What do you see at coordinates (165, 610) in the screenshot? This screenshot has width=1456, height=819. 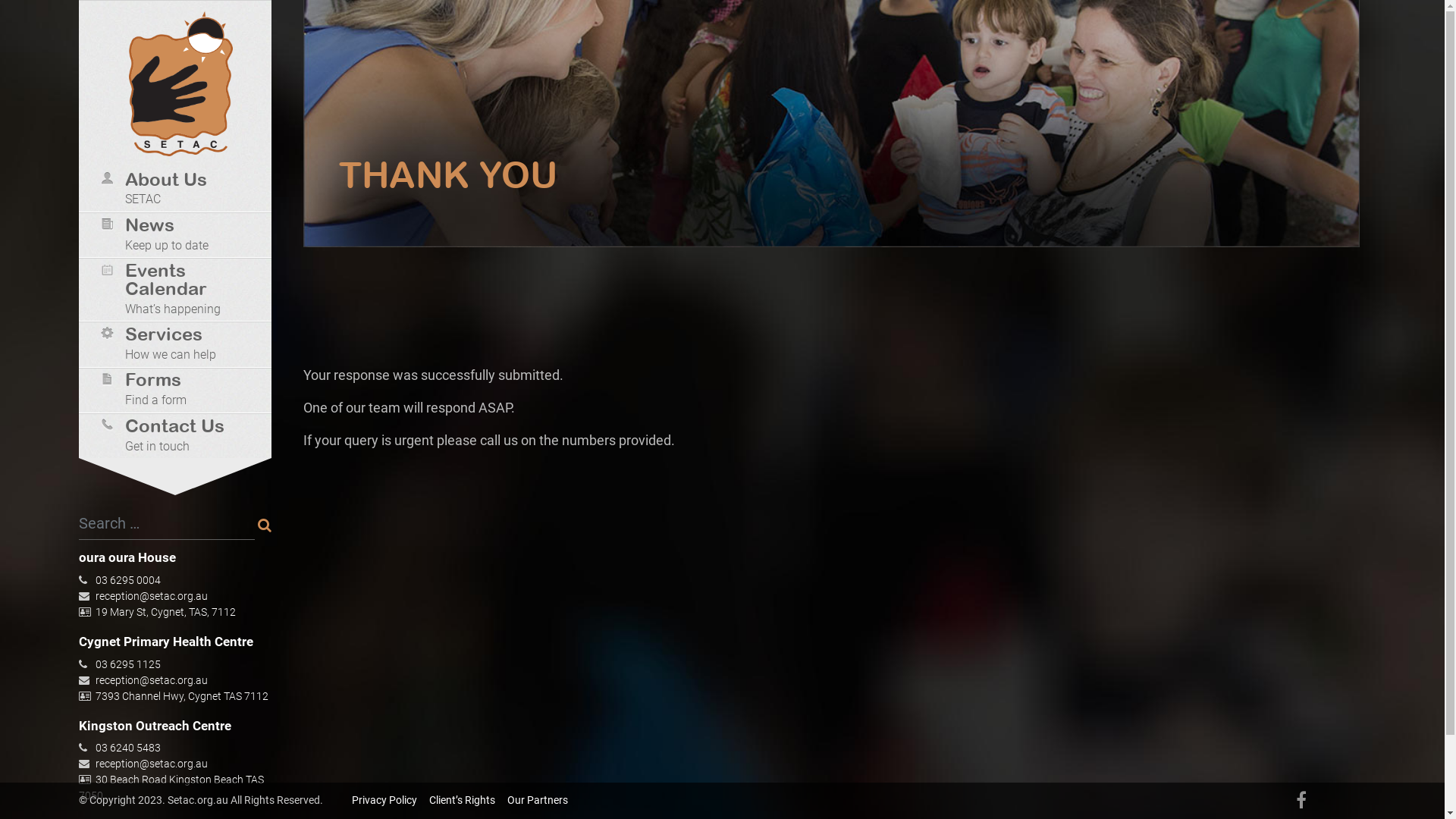 I see `'19 Mary St, Cygnet, TAS, 7112'` at bounding box center [165, 610].